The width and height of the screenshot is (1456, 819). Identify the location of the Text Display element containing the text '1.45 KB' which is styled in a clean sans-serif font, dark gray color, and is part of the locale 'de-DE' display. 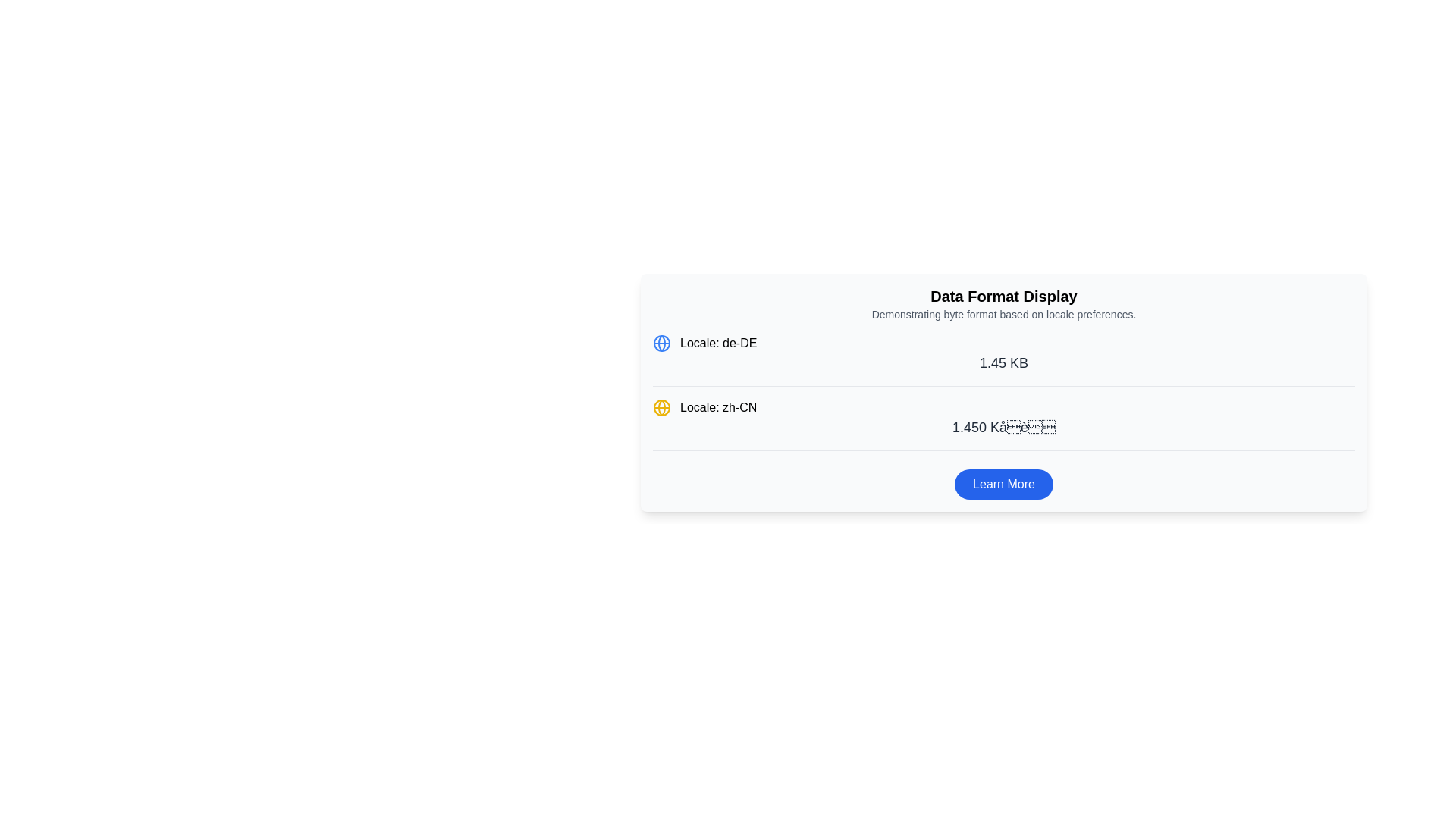
(1004, 362).